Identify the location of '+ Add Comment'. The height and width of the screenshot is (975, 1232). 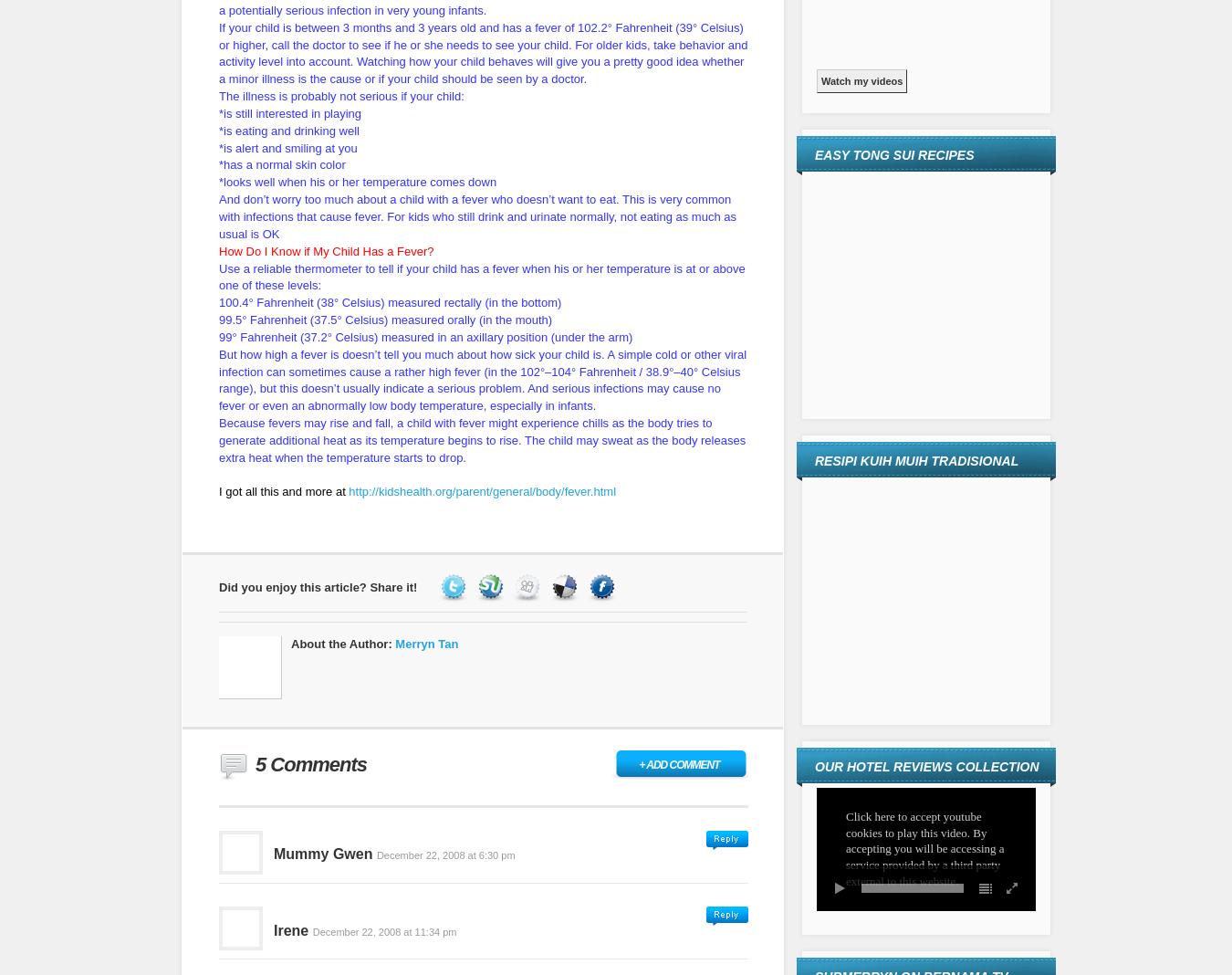
(677, 763).